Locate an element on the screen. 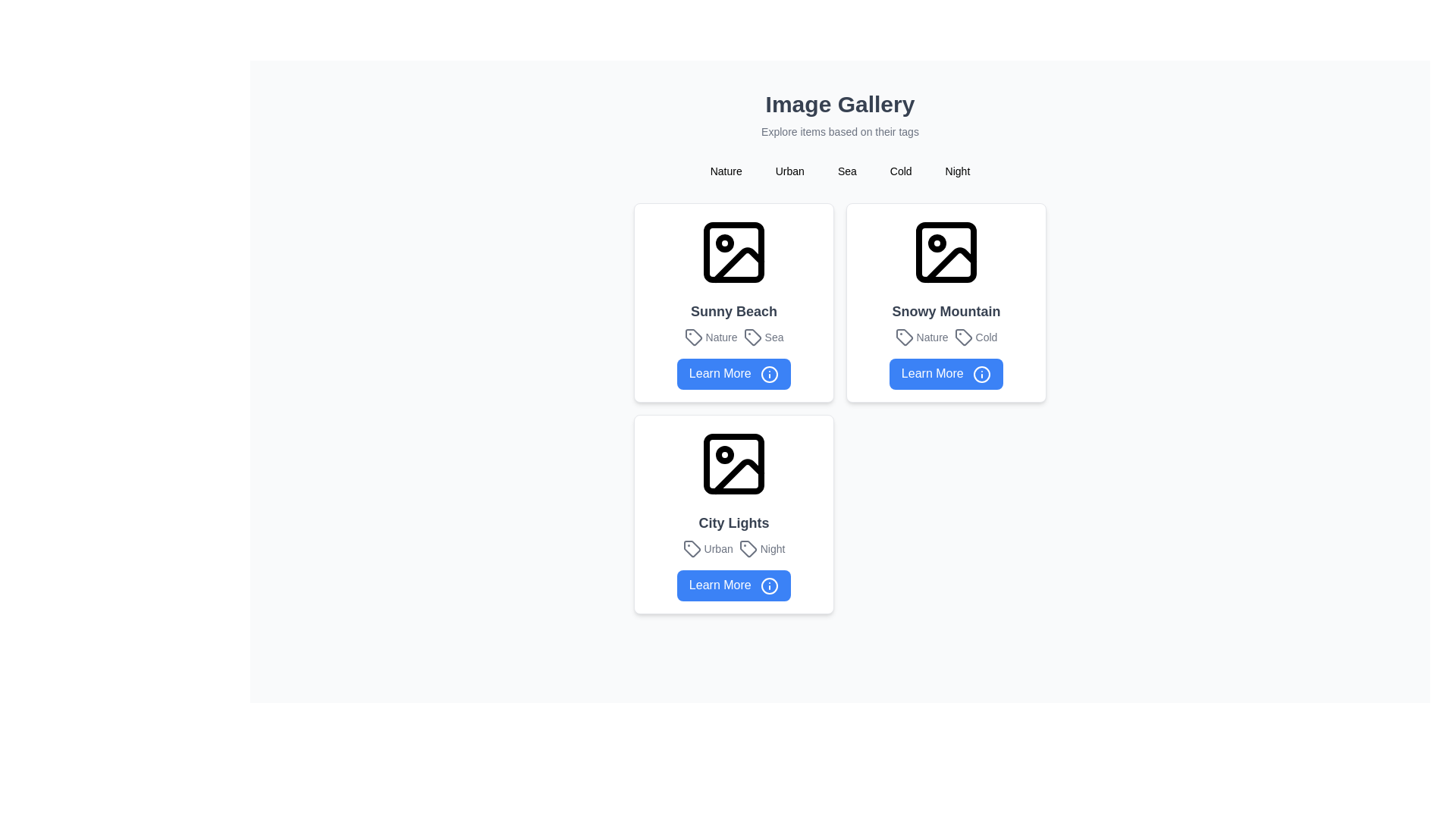 Image resolution: width=1456 pixels, height=819 pixels. the Decorative SVG element forming the main rectangular area of the image icon within the 'City Lights' card in the gallery layout is located at coordinates (734, 462).